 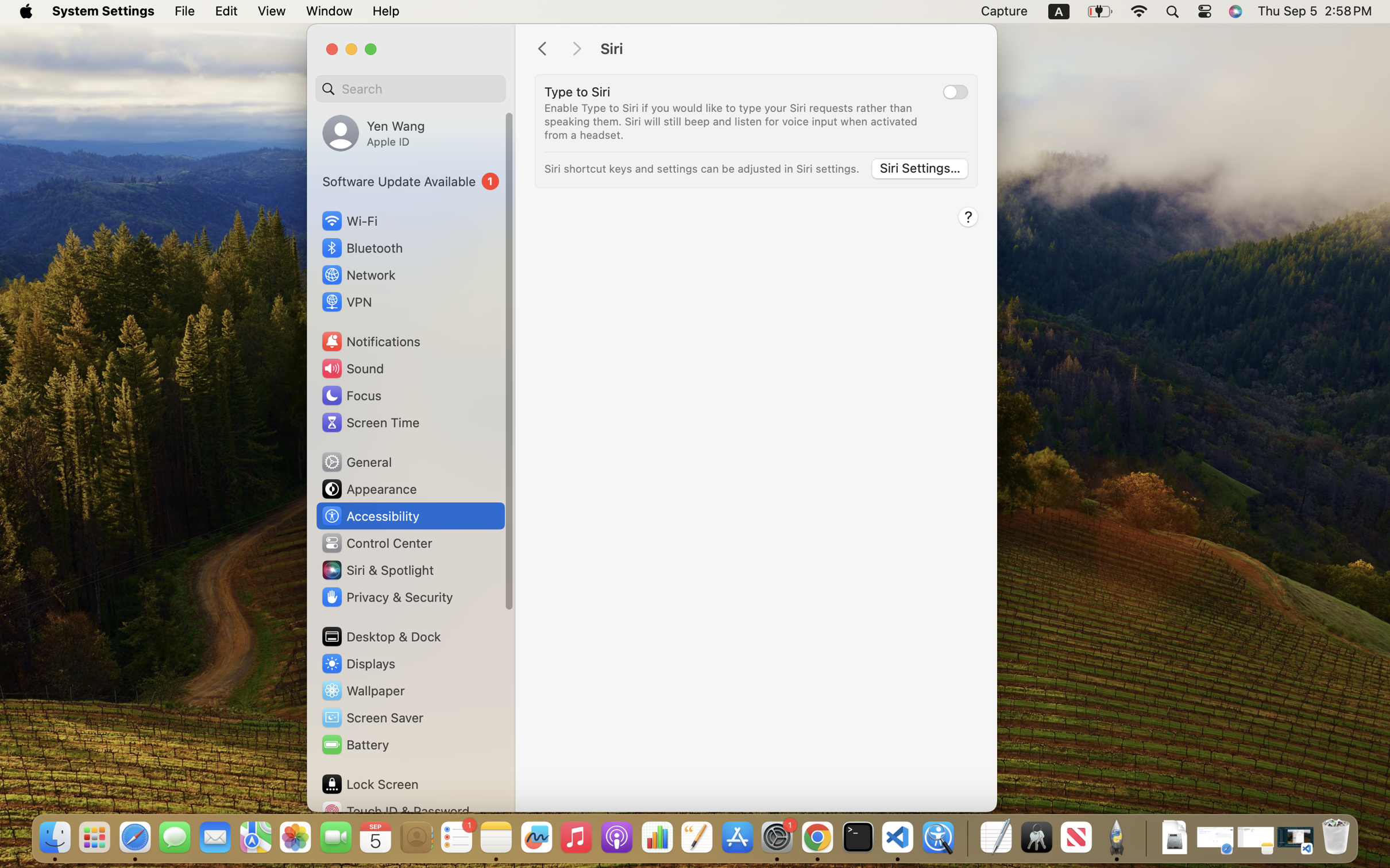 I want to click on 'Desktop & Dock', so click(x=380, y=636).